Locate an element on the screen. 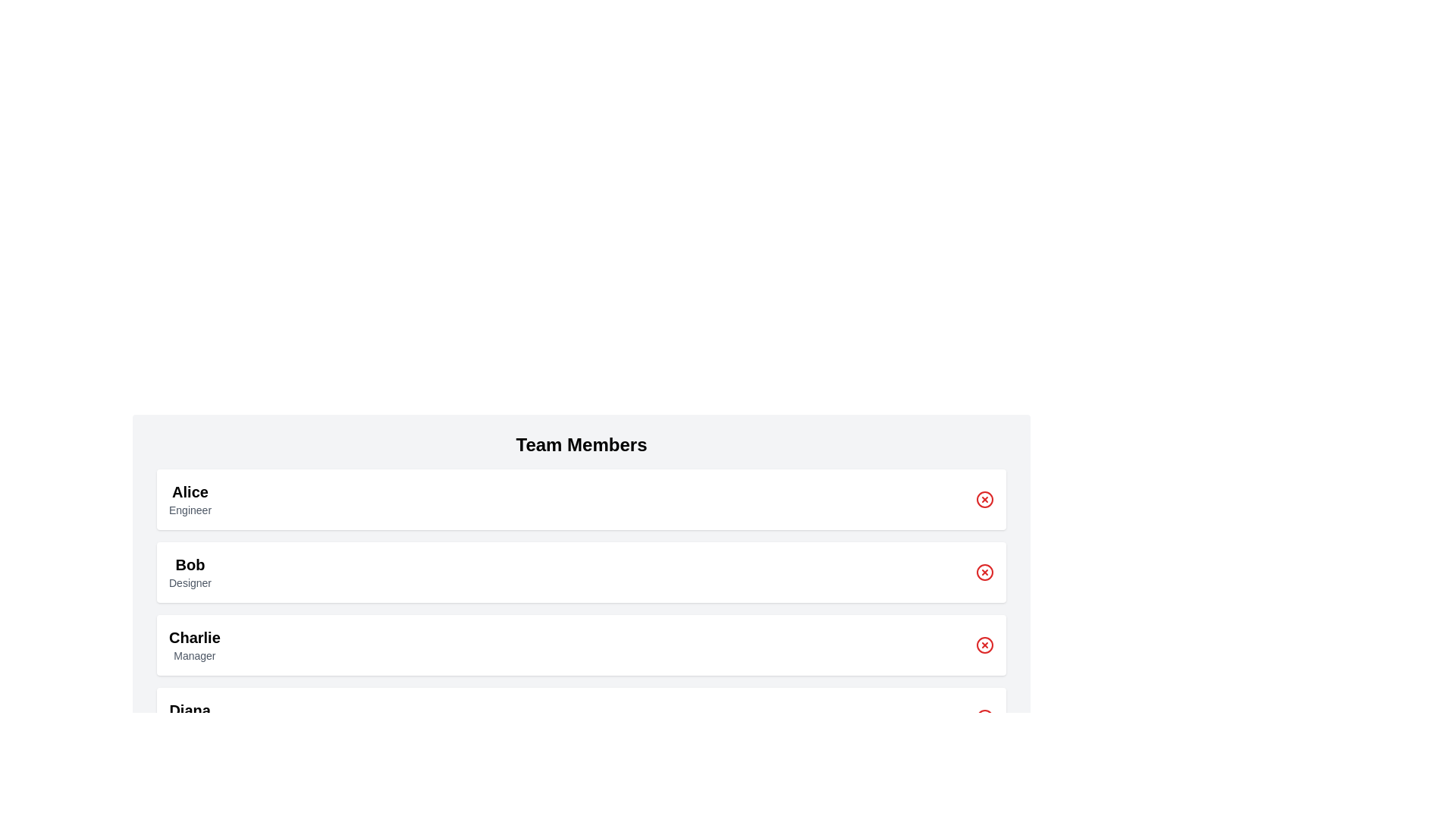  the text label displaying 'Bob', which is in bold and larger font size, positioned below 'Alice' and above 'Charlie' is located at coordinates (189, 564).